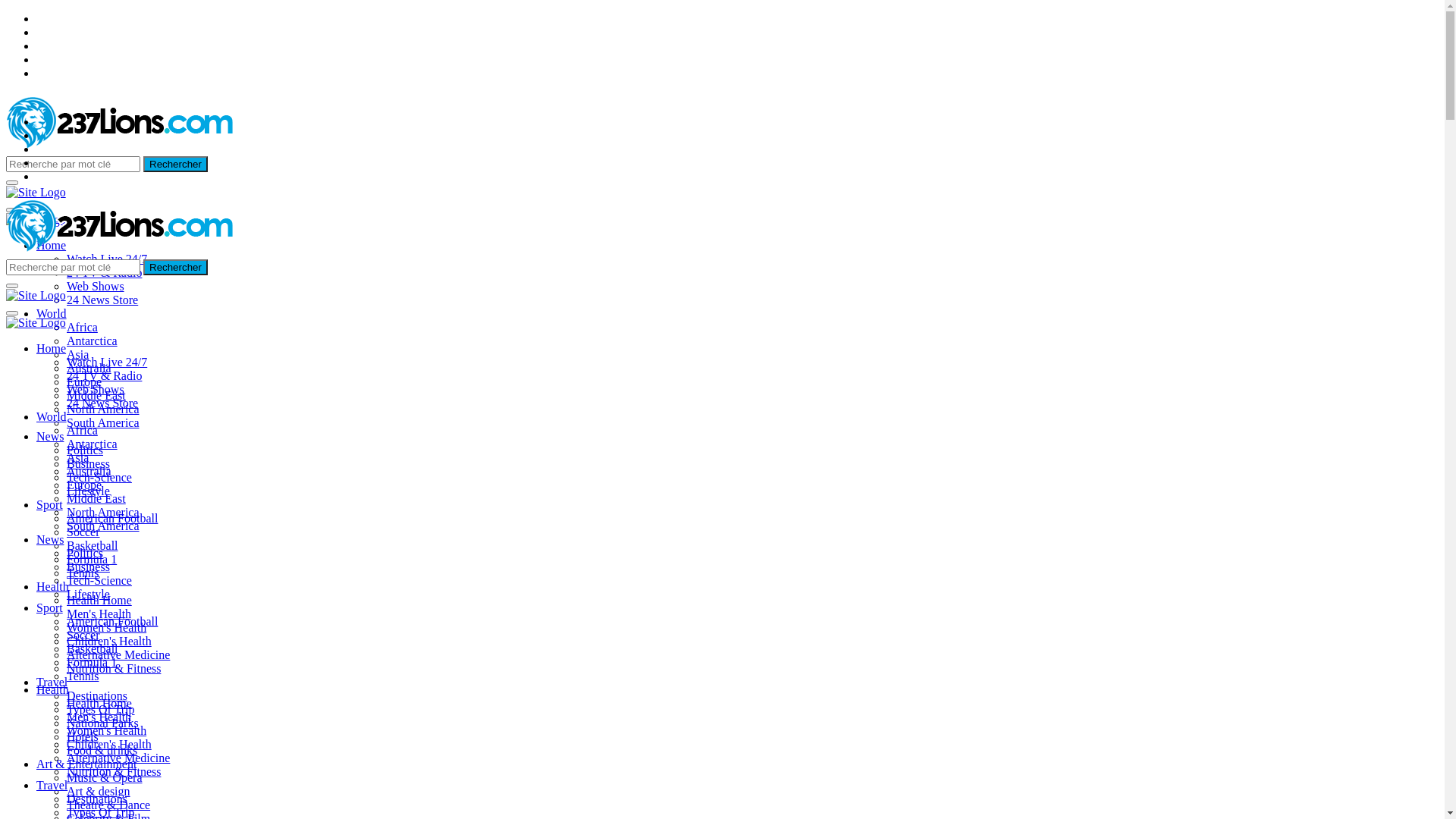 This screenshot has height=819, width=1456. What do you see at coordinates (36, 538) in the screenshot?
I see `'News'` at bounding box center [36, 538].